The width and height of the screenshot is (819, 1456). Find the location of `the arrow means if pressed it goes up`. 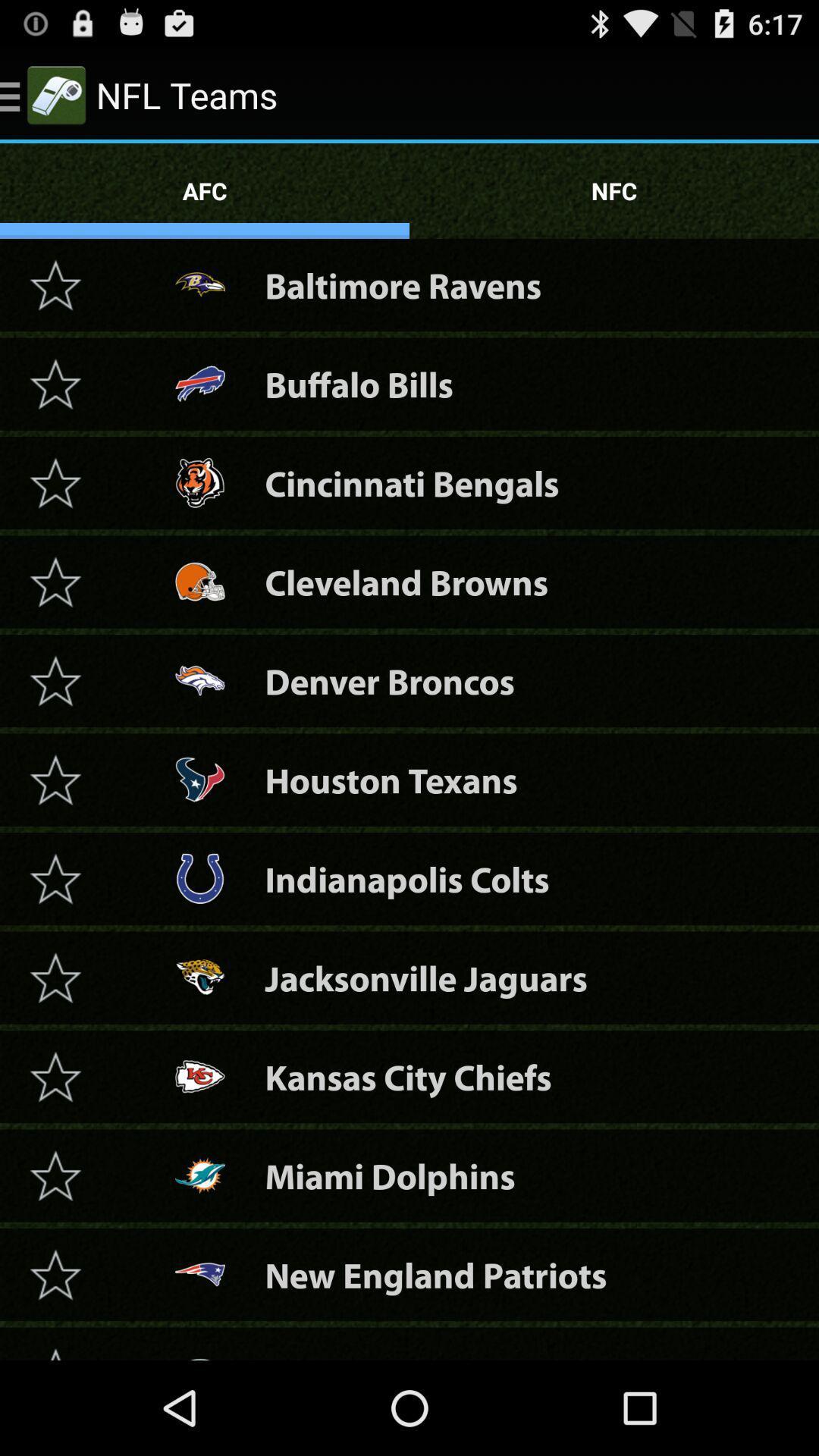

the arrow means if pressed it goes up is located at coordinates (55, 1349).